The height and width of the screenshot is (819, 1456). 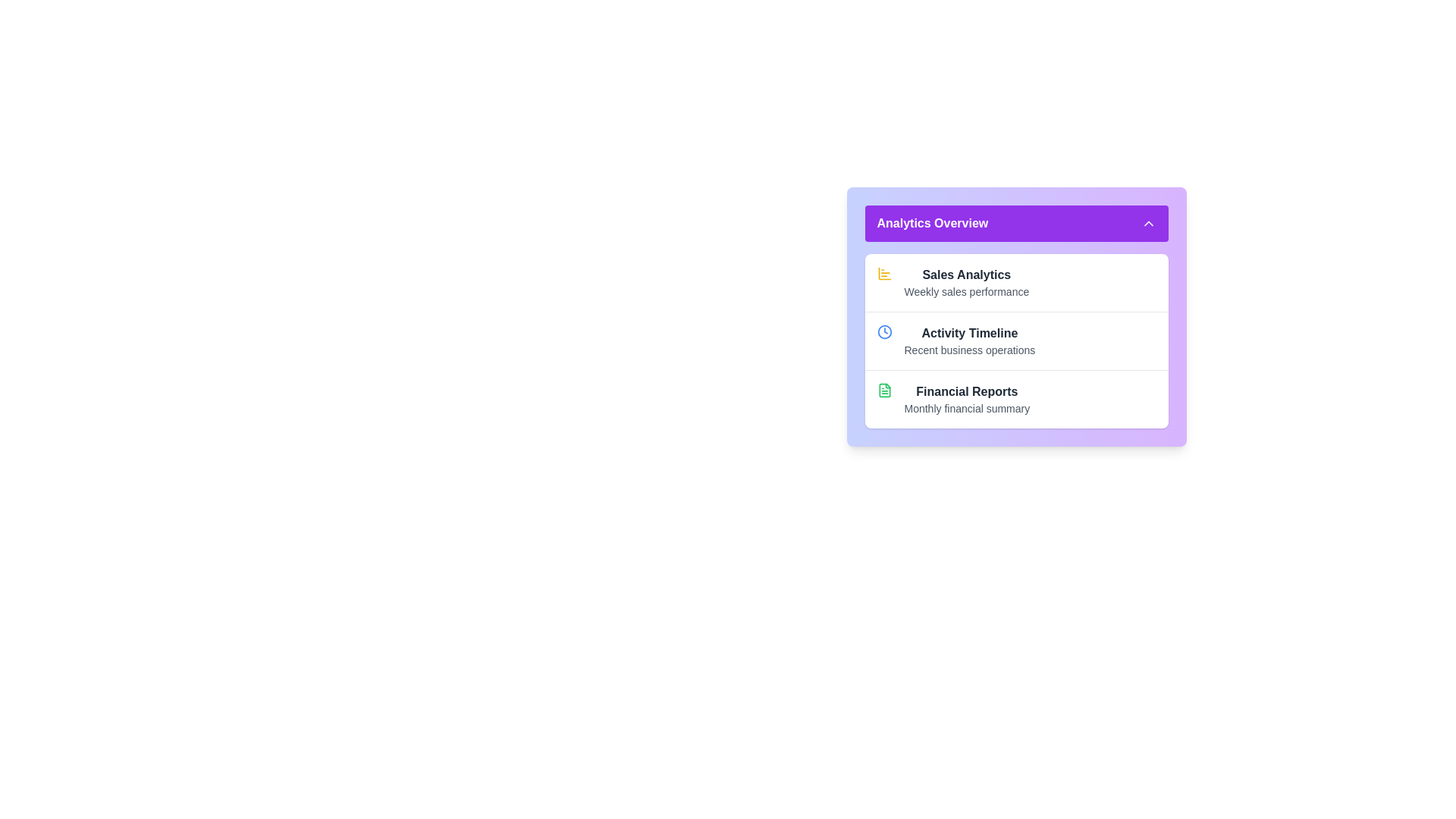 I want to click on the 'Financial Reports' icon to observe its tooltip or additional information associated with it, so click(x=884, y=390).